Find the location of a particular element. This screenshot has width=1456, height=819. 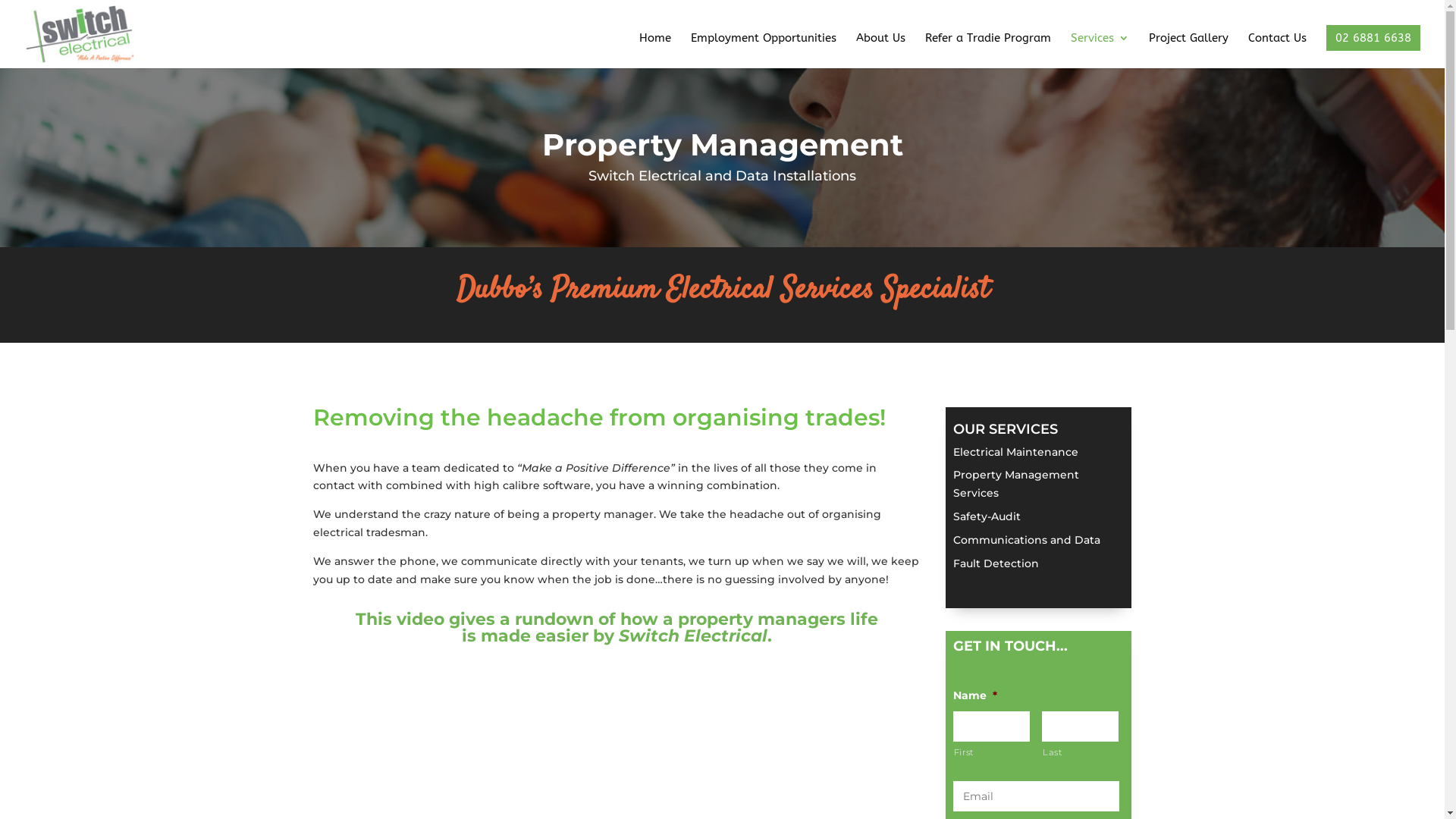

'02 6881 6638' is located at coordinates (1373, 37).